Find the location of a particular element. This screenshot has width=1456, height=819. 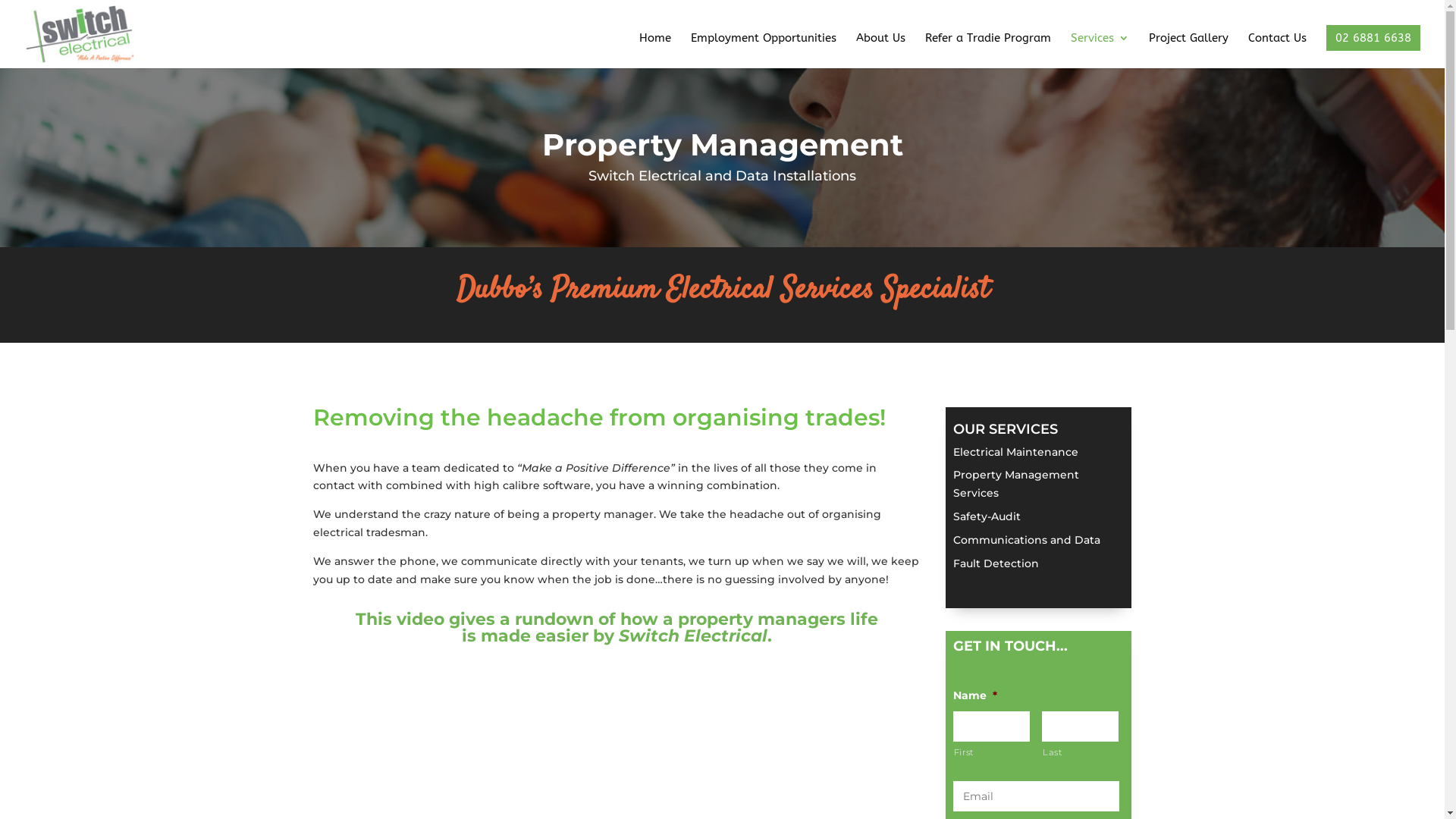

'02 6881 6638' is located at coordinates (1373, 37).